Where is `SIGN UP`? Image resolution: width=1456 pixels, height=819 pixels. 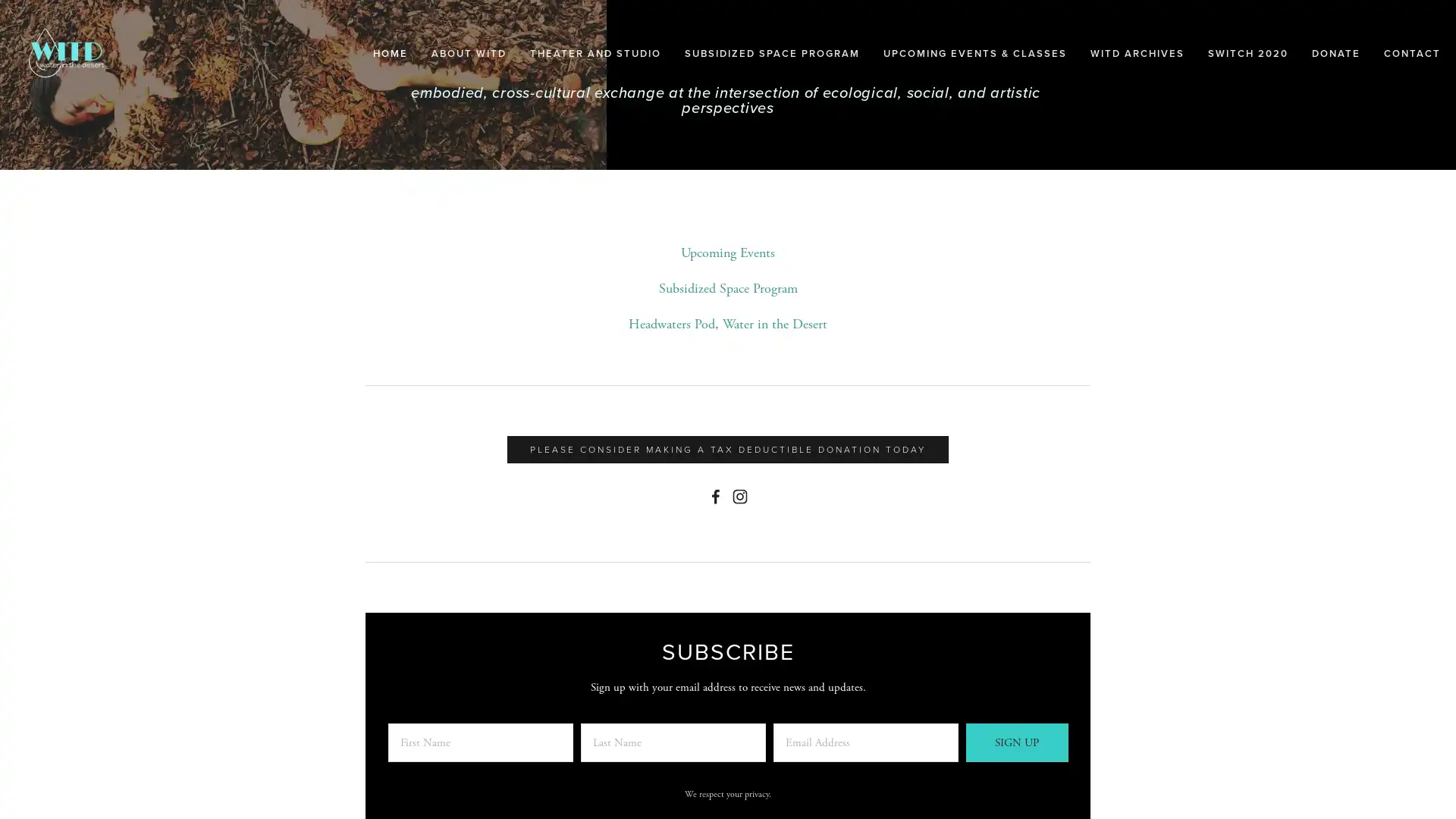 SIGN UP is located at coordinates (1016, 742).